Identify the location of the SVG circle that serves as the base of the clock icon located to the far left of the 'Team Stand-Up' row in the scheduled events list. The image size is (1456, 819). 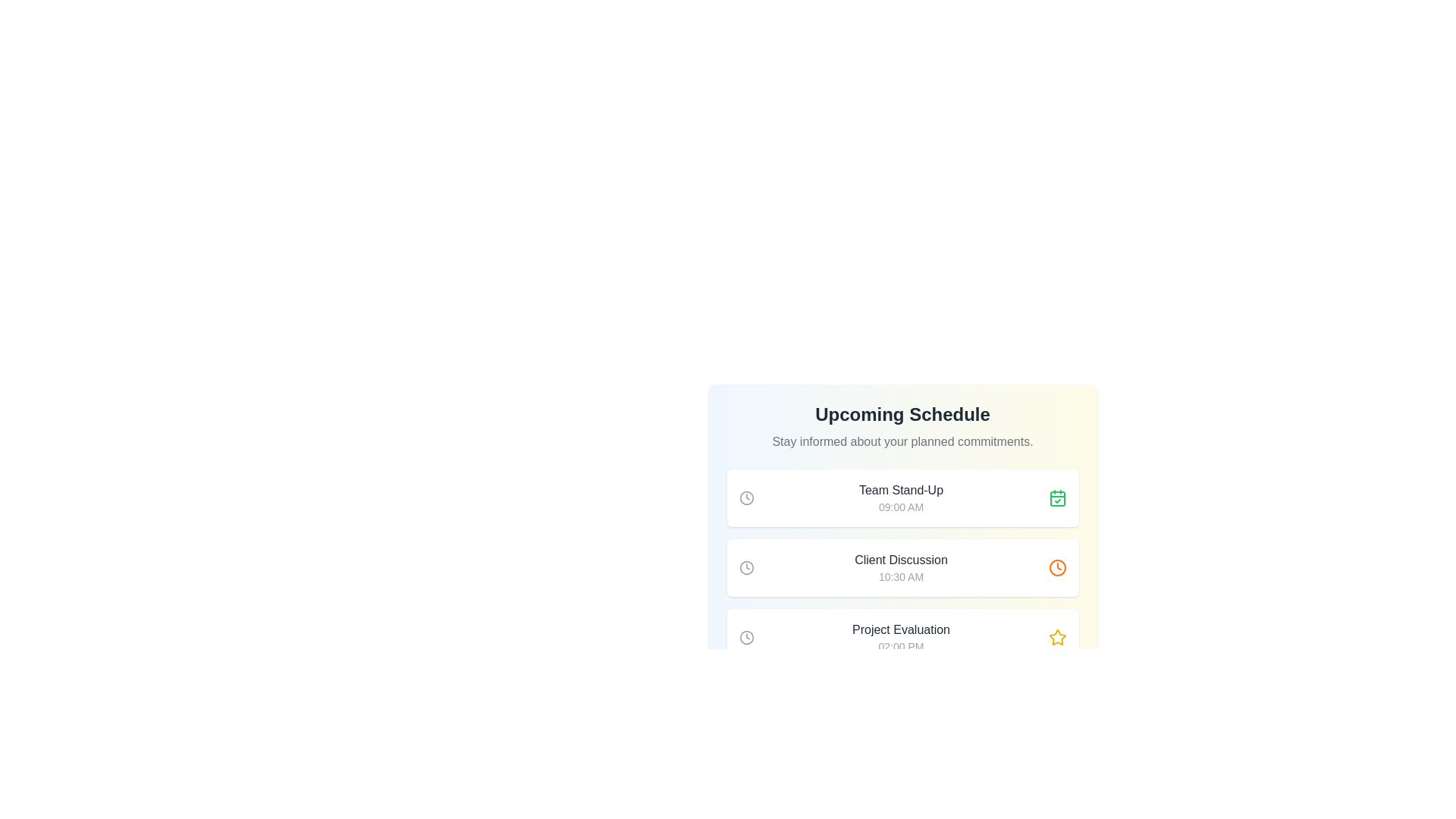
(746, 497).